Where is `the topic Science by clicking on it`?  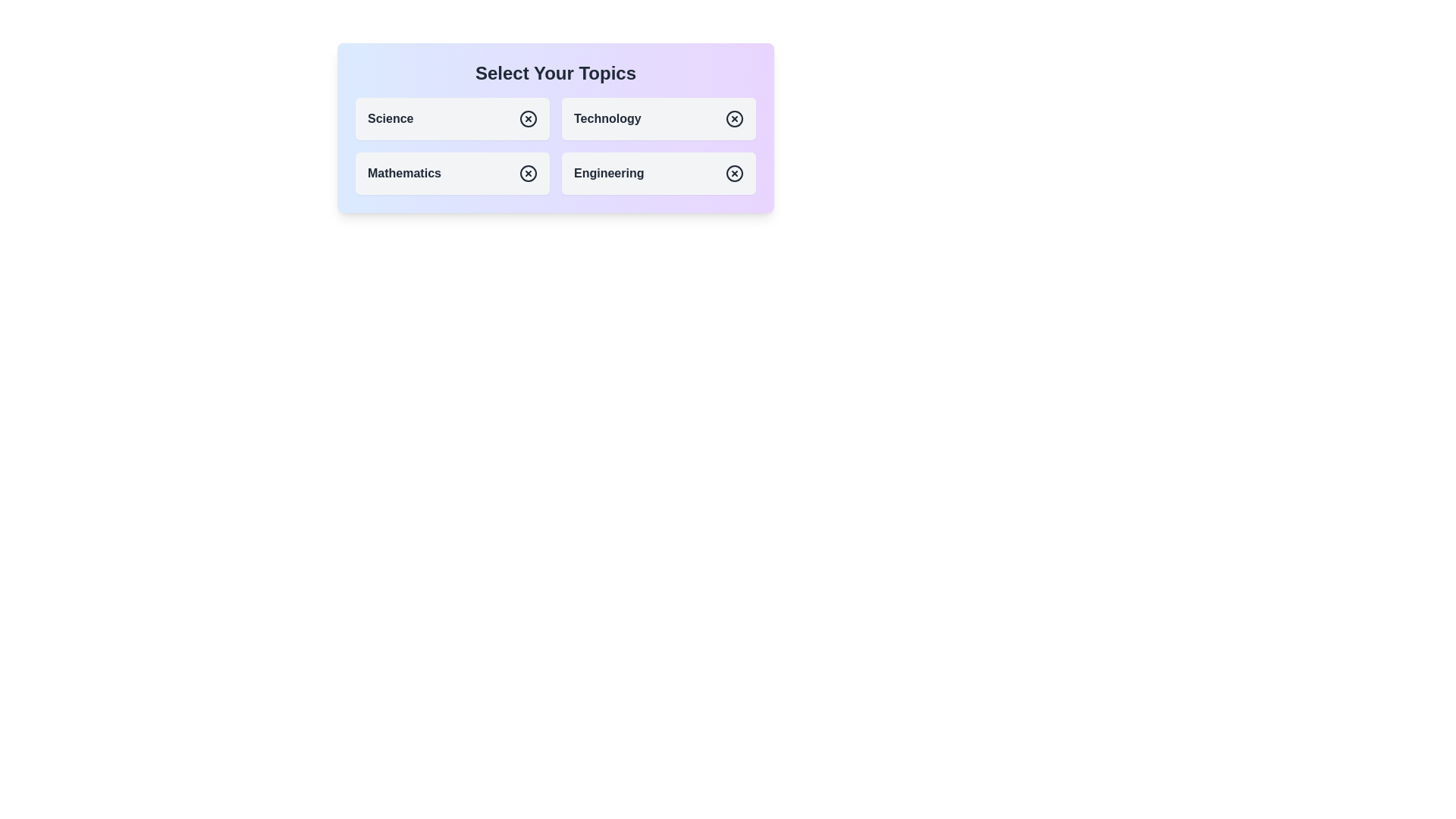
the topic Science by clicking on it is located at coordinates (451, 118).